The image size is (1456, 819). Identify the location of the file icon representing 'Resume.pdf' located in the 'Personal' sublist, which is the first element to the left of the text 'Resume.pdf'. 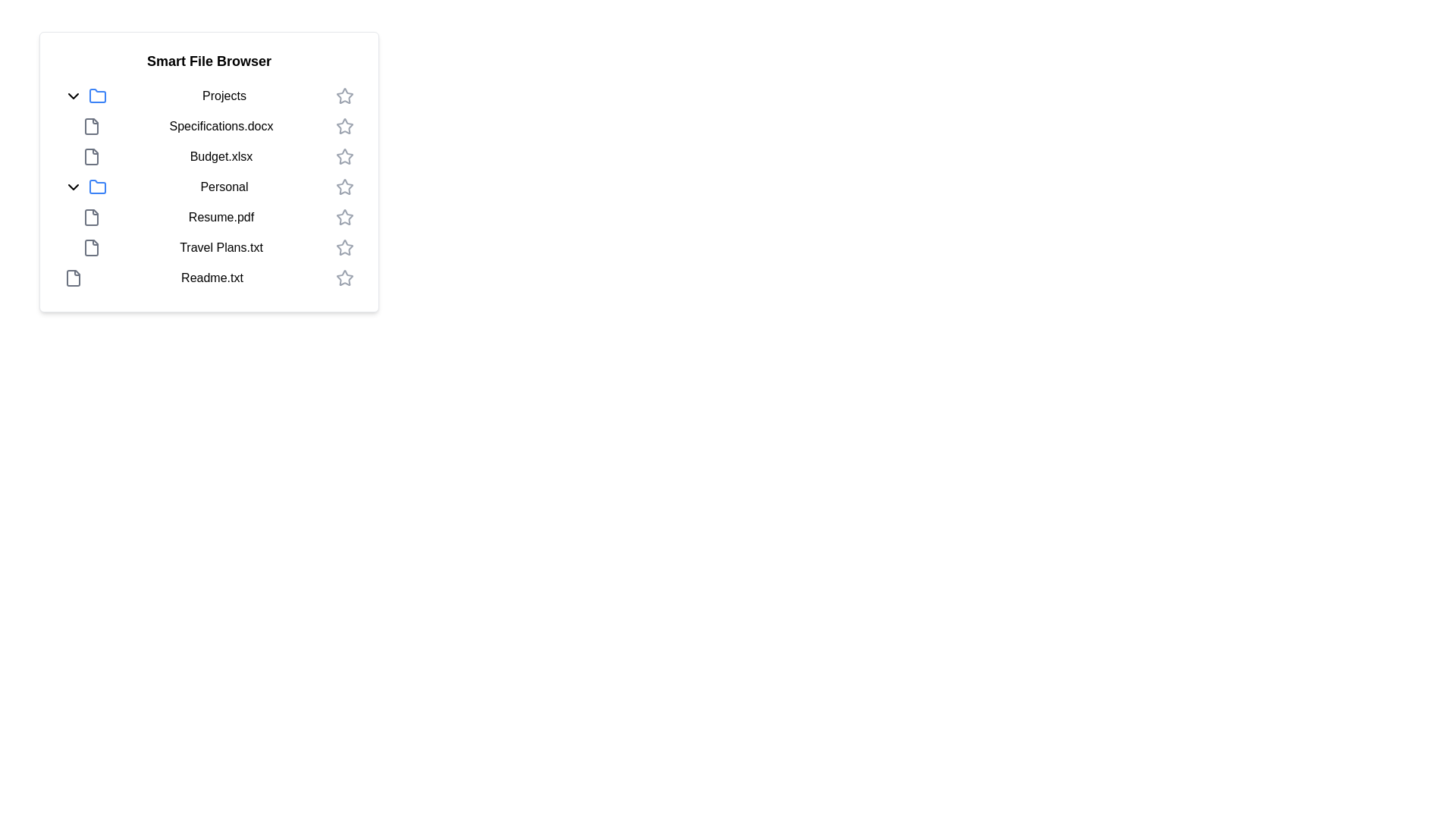
(90, 217).